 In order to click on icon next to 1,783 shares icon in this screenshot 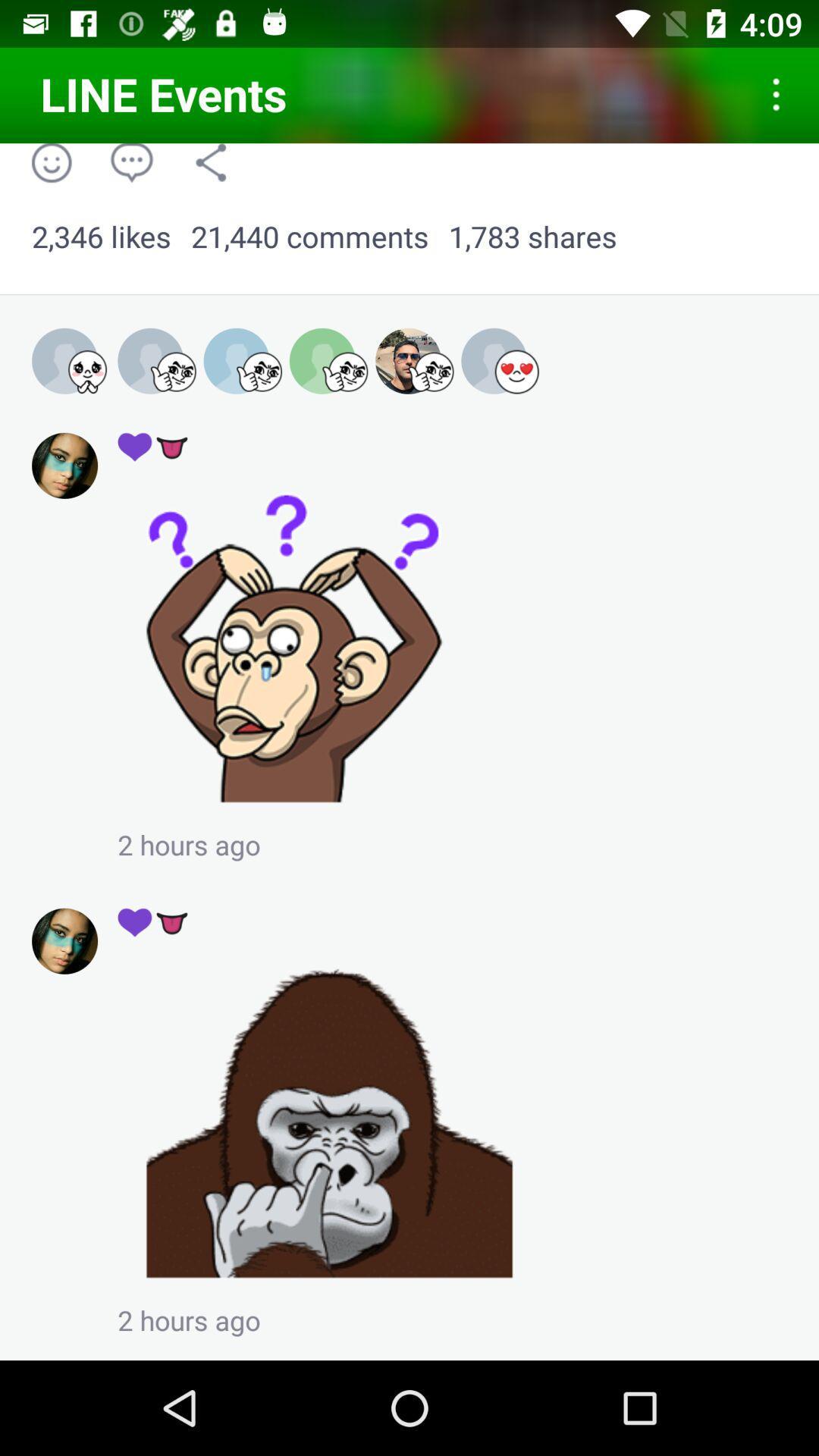, I will do `click(309, 237)`.